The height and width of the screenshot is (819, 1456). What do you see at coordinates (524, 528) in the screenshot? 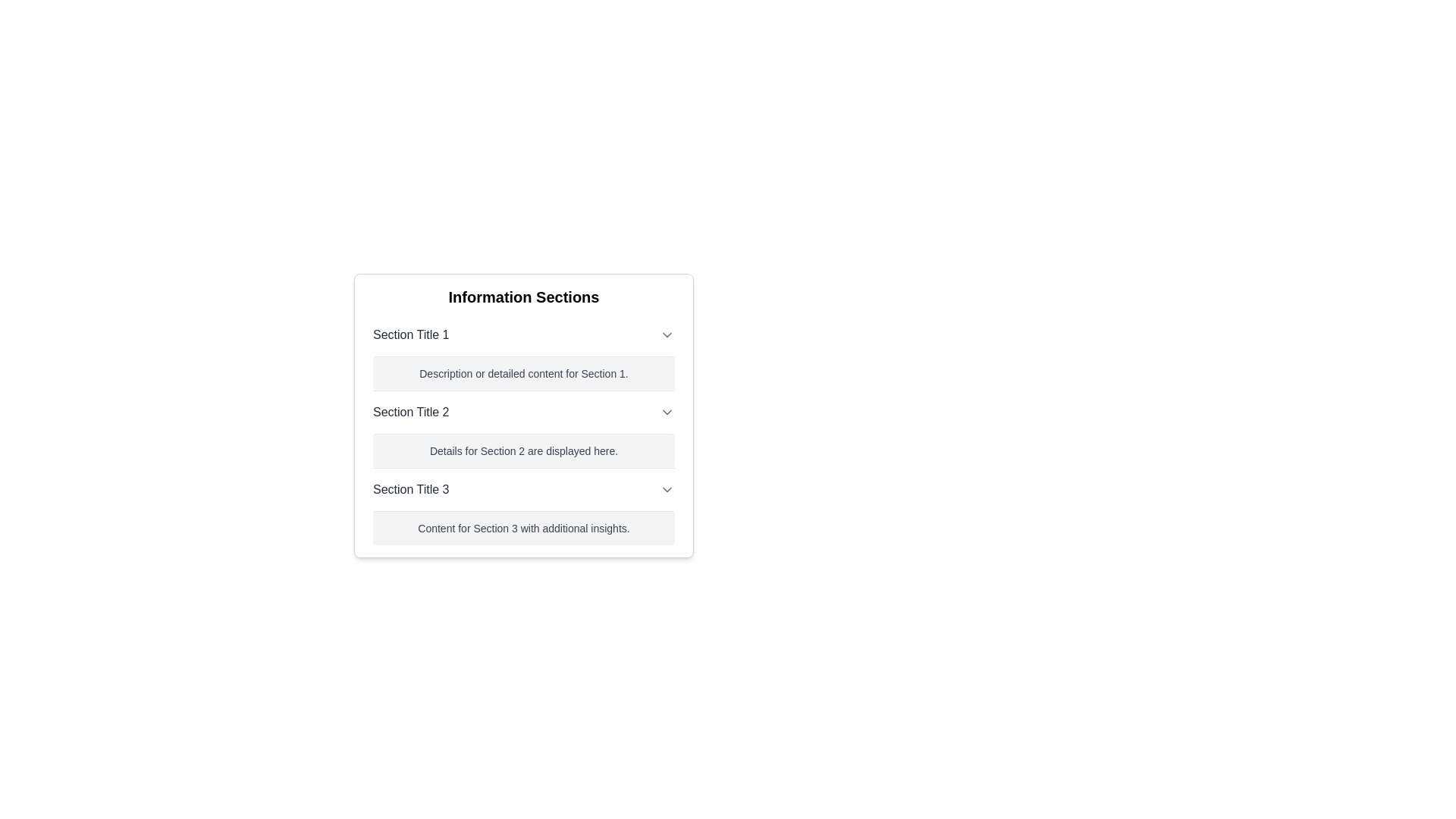
I see `the non-interactive text label displaying 'Content for Section 3 with additional insights.' located` at bounding box center [524, 528].